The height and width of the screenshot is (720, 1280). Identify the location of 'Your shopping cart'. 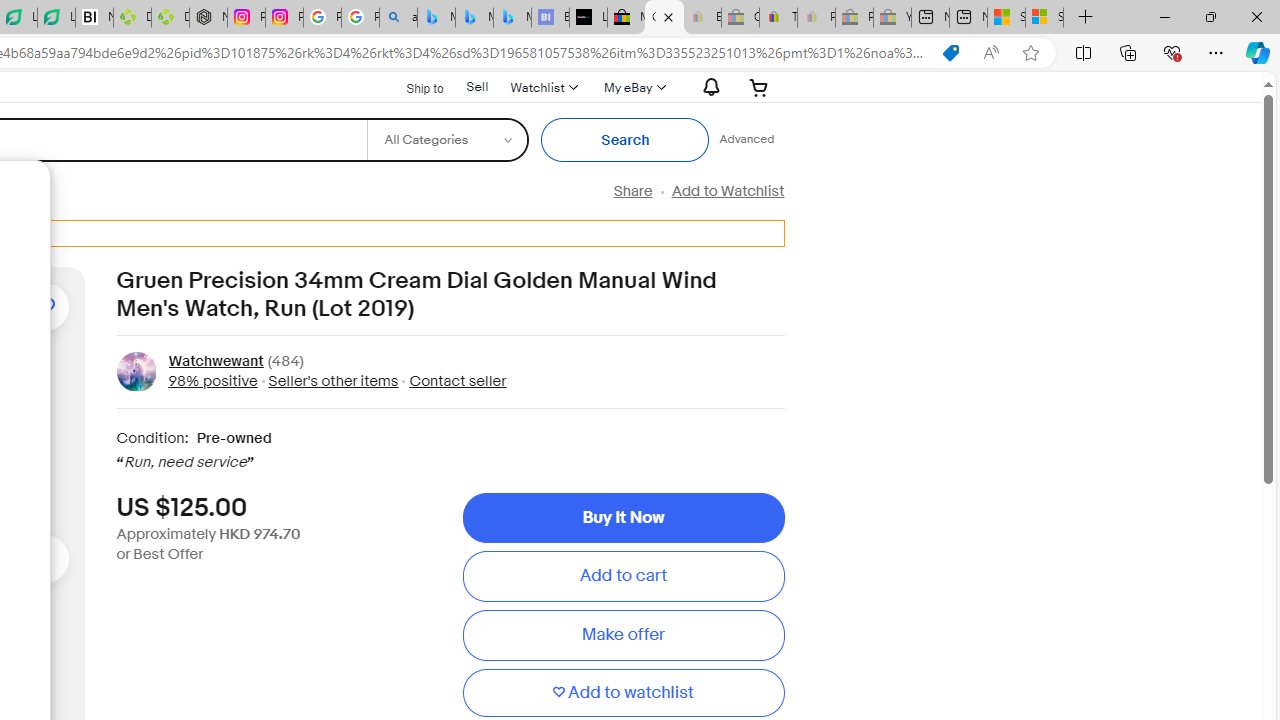
(758, 86).